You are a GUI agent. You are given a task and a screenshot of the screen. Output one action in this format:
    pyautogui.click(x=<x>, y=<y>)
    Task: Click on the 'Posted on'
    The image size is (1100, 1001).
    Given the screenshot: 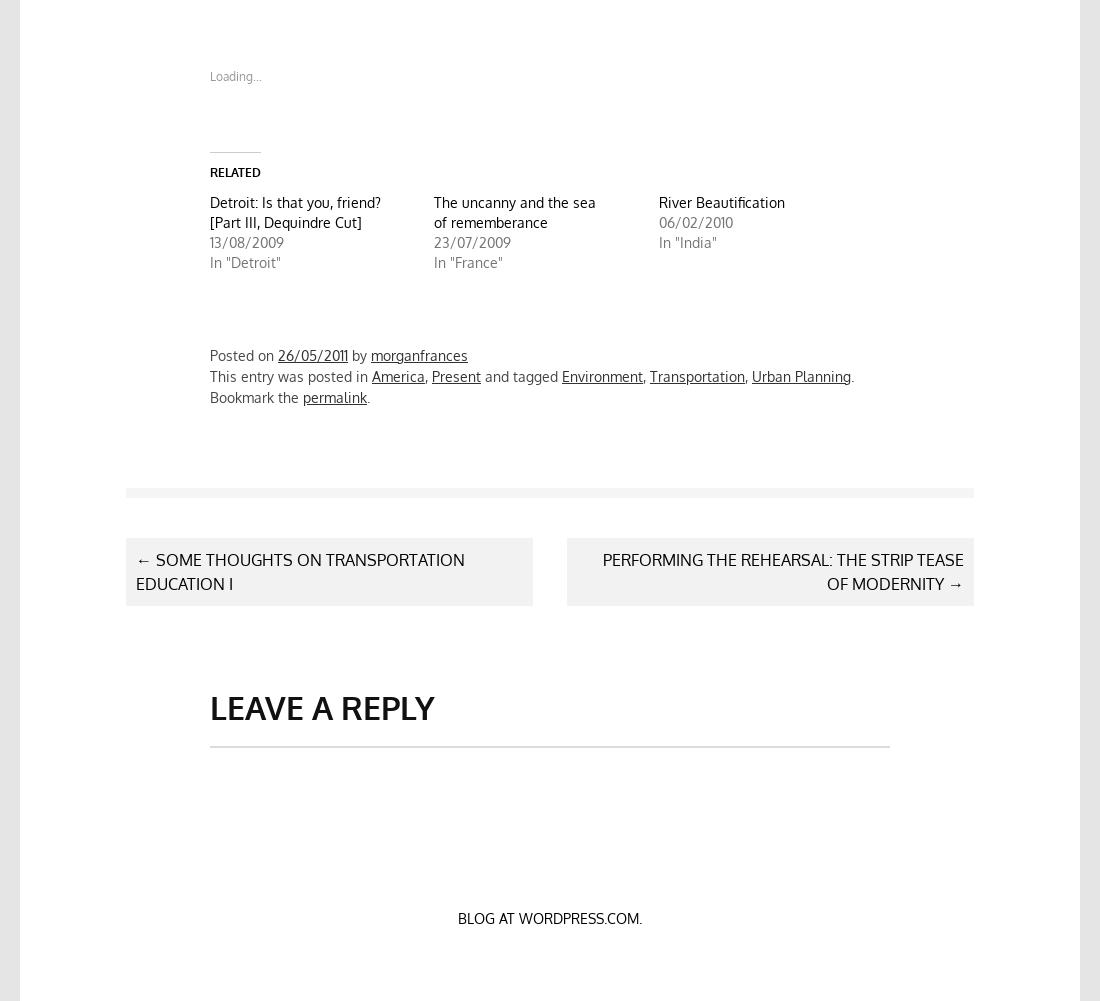 What is the action you would take?
    pyautogui.click(x=243, y=355)
    